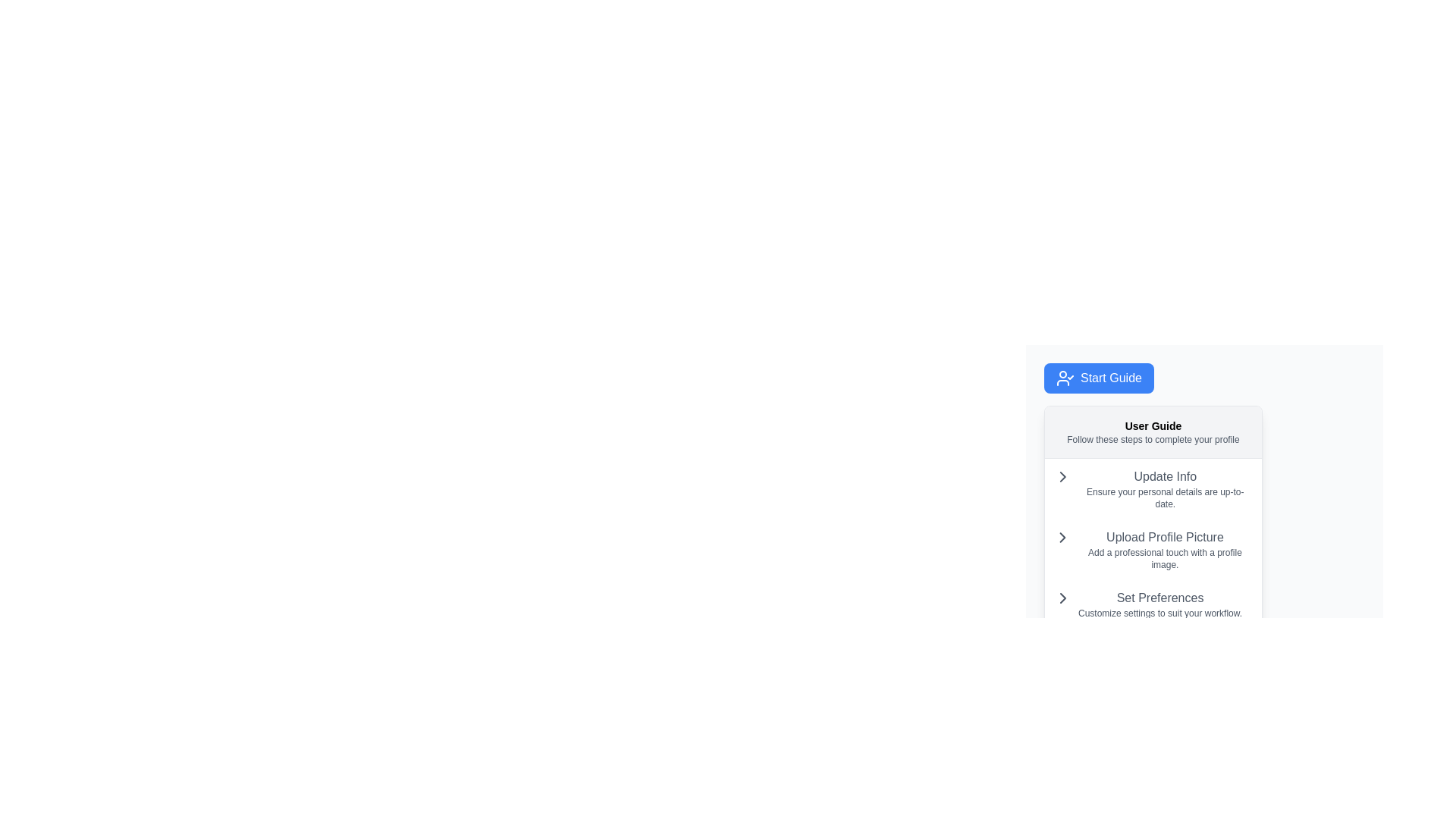 Image resolution: width=1456 pixels, height=819 pixels. What do you see at coordinates (1062, 475) in the screenshot?
I see `the small, right-pointing chevron icon adjacent to the 'Upload Profile Picture' text in the user guide panel` at bounding box center [1062, 475].